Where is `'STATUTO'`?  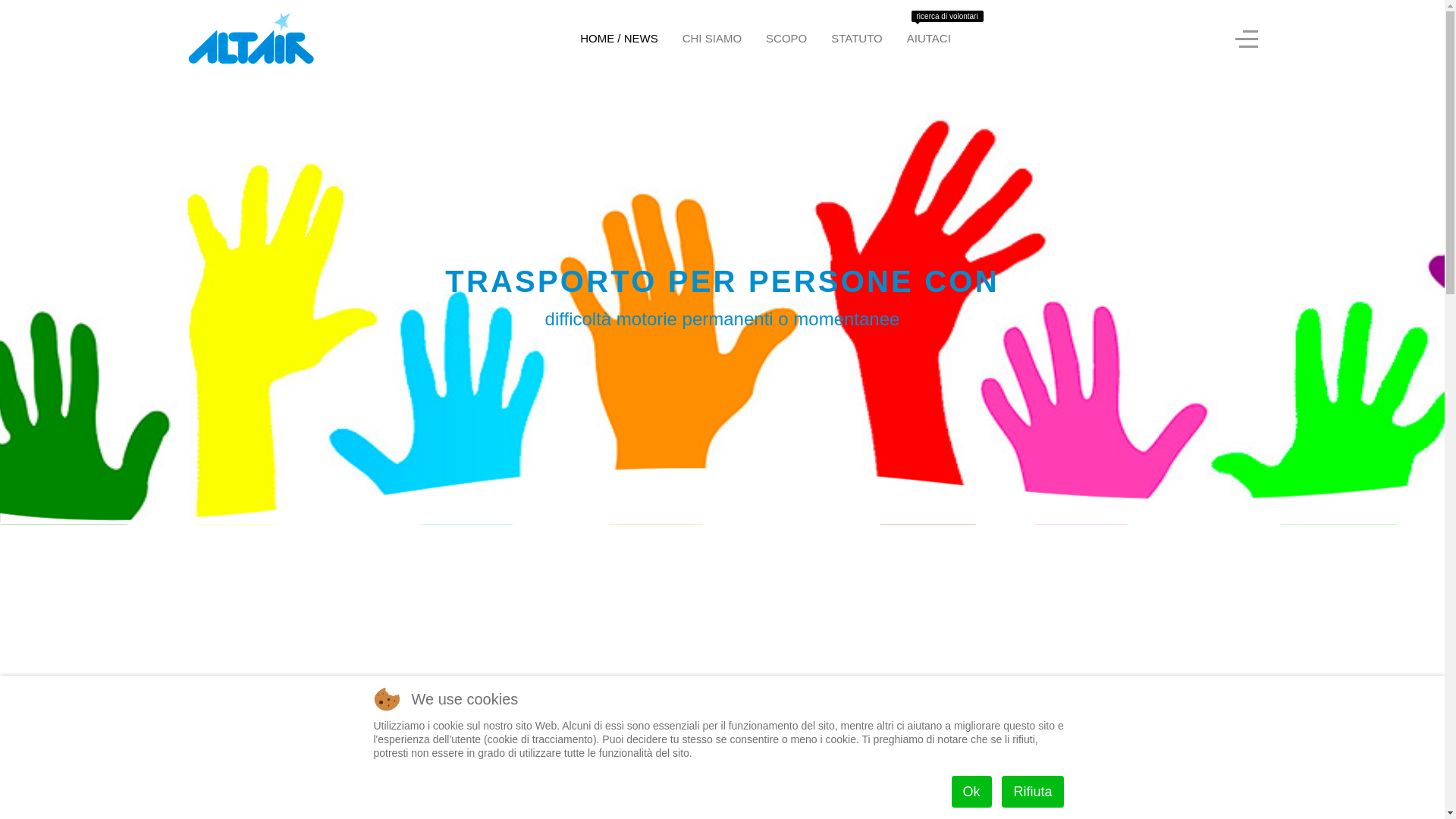 'STATUTO' is located at coordinates (818, 37).